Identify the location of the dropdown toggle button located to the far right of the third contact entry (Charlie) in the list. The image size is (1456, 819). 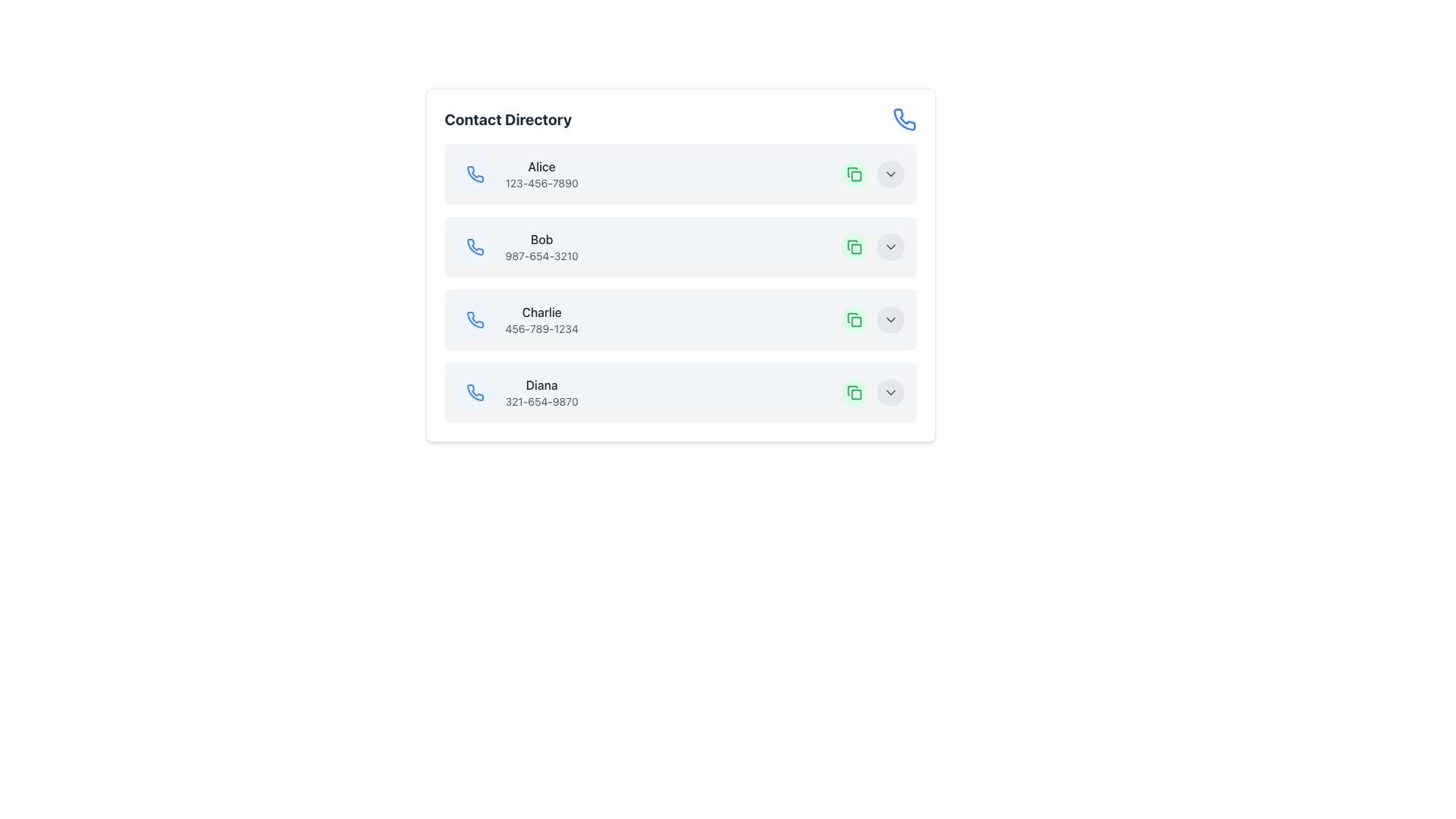
(890, 318).